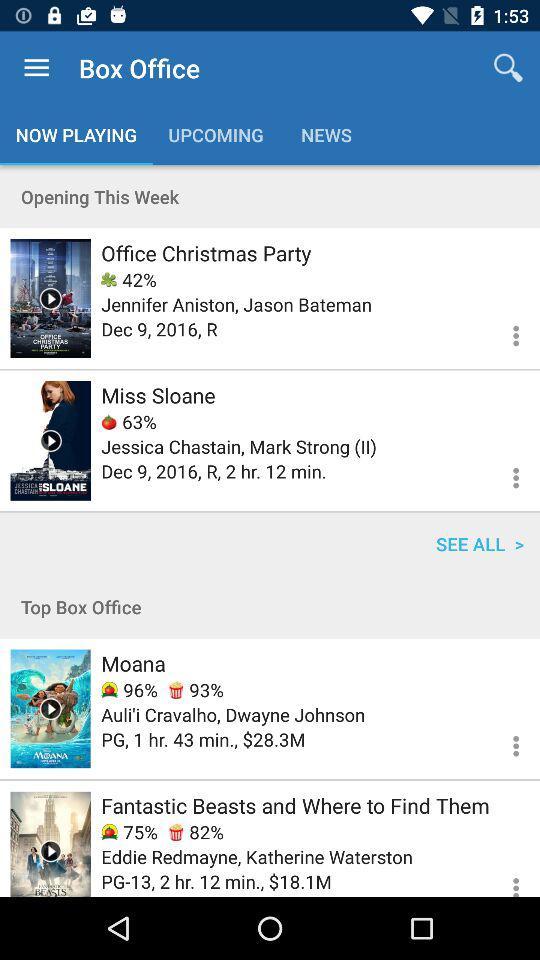  I want to click on movie listed, so click(50, 708).